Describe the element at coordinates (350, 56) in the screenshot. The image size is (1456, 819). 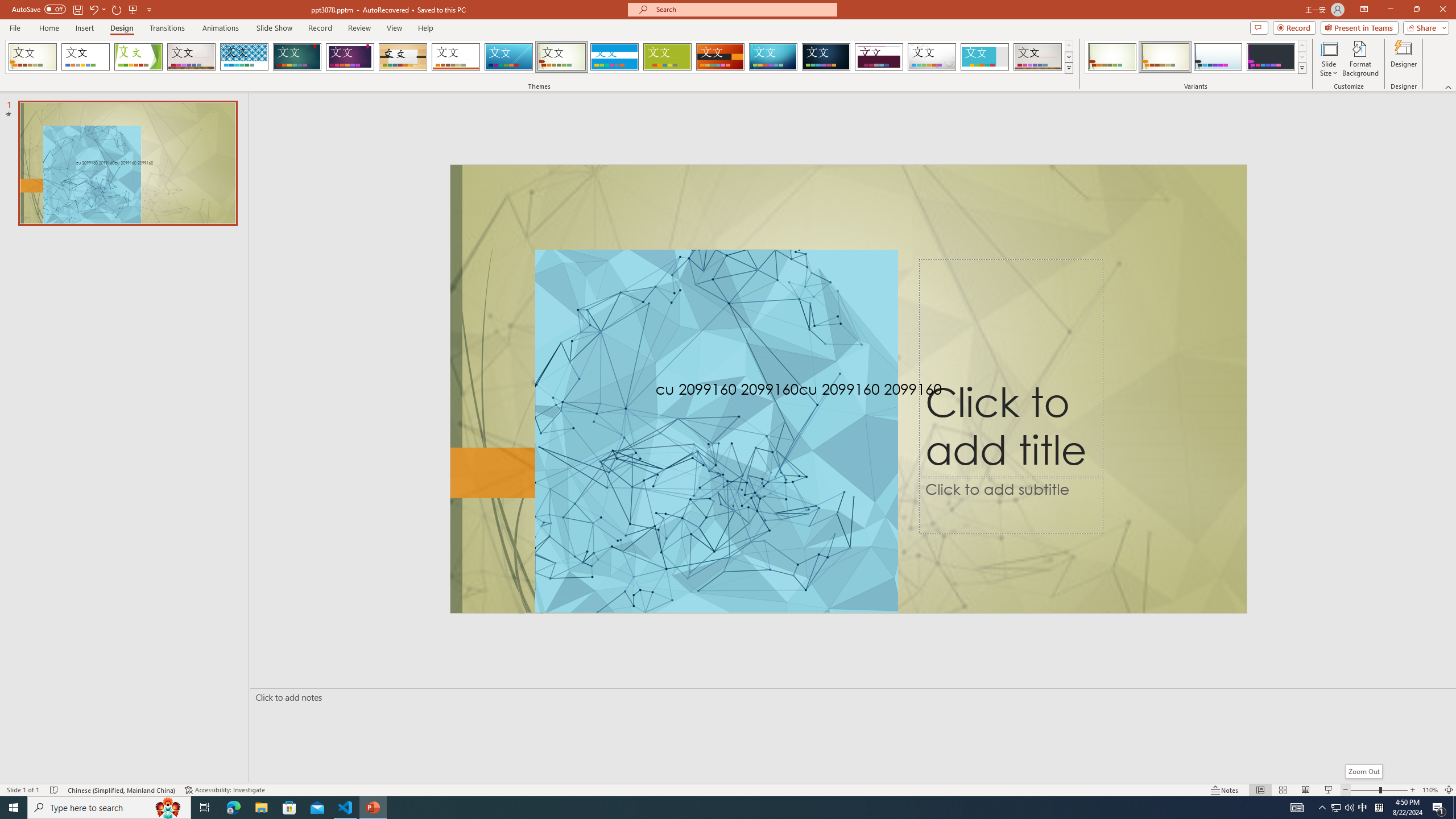
I see `'Ion Boardroom Loading Preview...'` at that location.